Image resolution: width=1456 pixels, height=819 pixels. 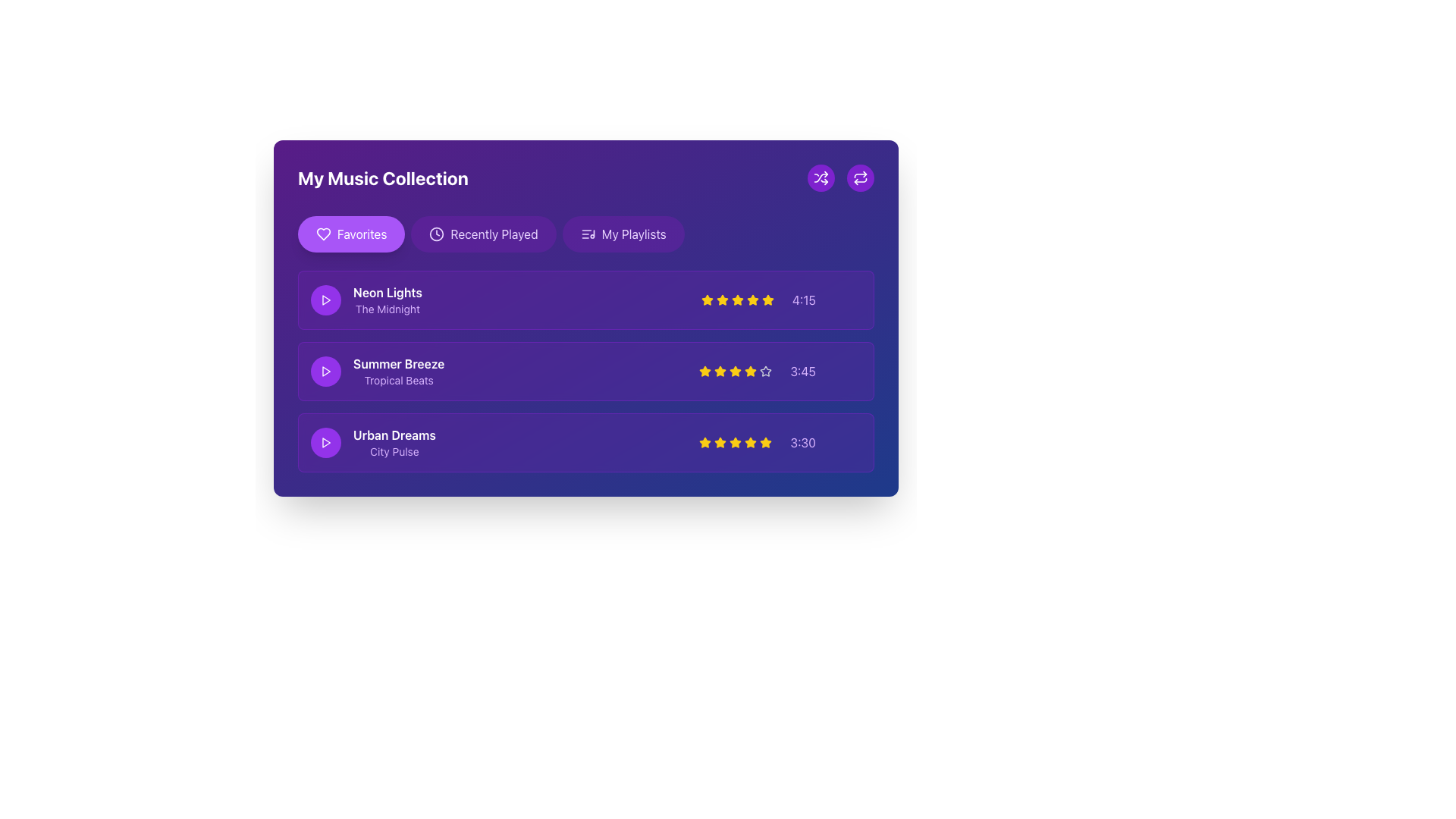 What do you see at coordinates (634, 234) in the screenshot?
I see `the 'My Playlists' button, which is the third option in a group of buttons styled with white text on a dark purple background` at bounding box center [634, 234].